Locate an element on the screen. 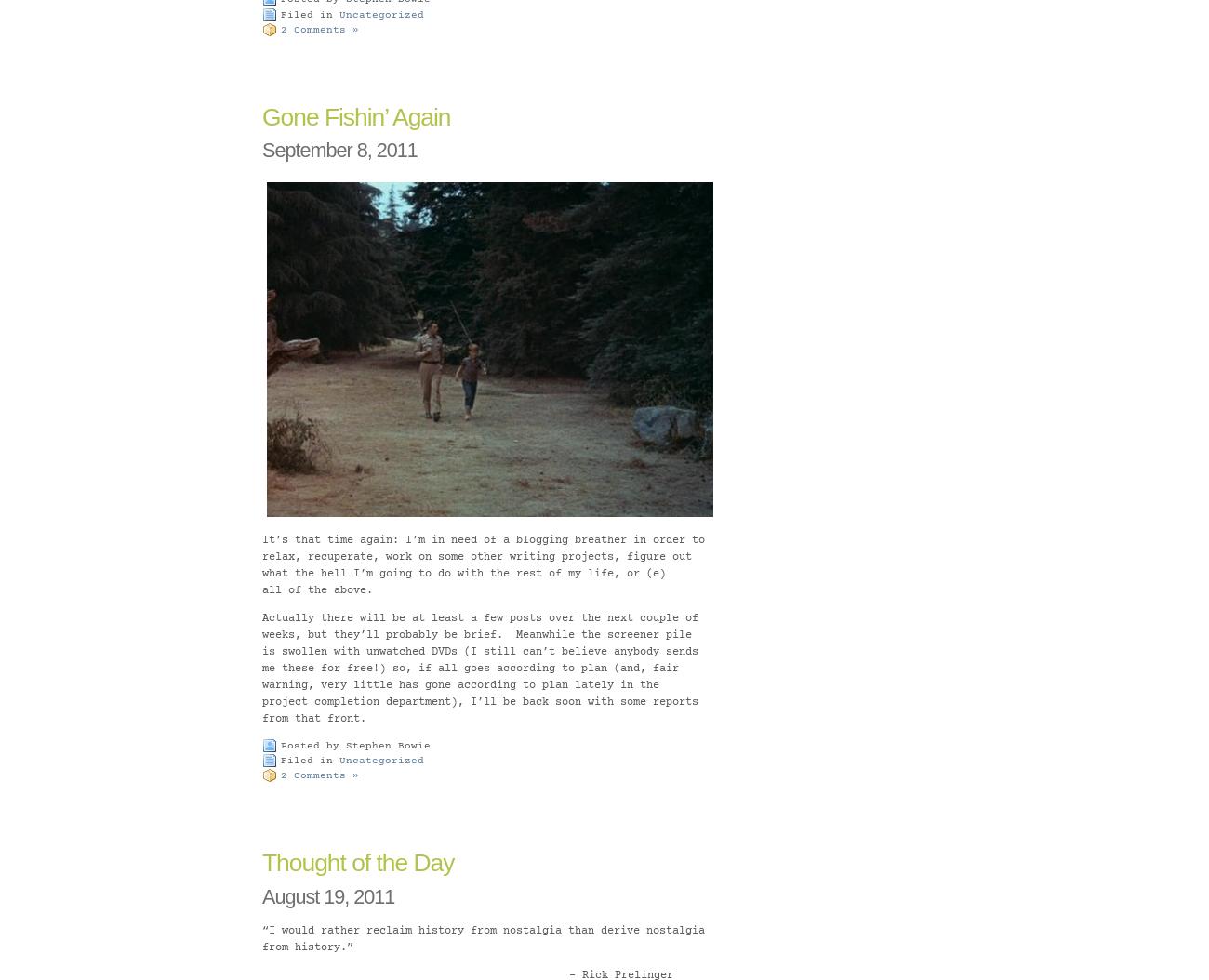 The width and height of the screenshot is (1209, 980). 'Thought of the Day' is located at coordinates (358, 862).